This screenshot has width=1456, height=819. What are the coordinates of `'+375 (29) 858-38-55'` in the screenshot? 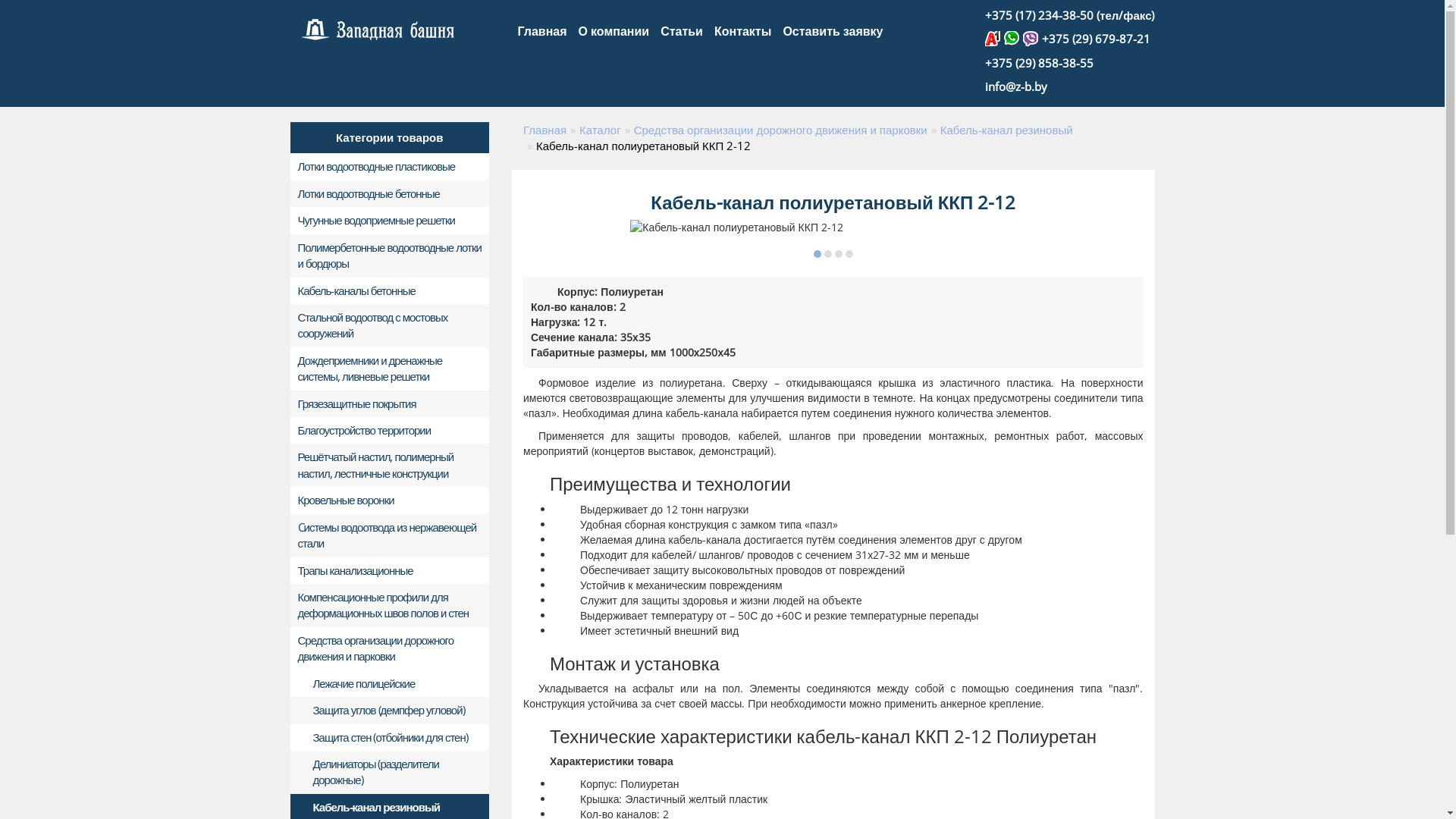 It's located at (1038, 62).